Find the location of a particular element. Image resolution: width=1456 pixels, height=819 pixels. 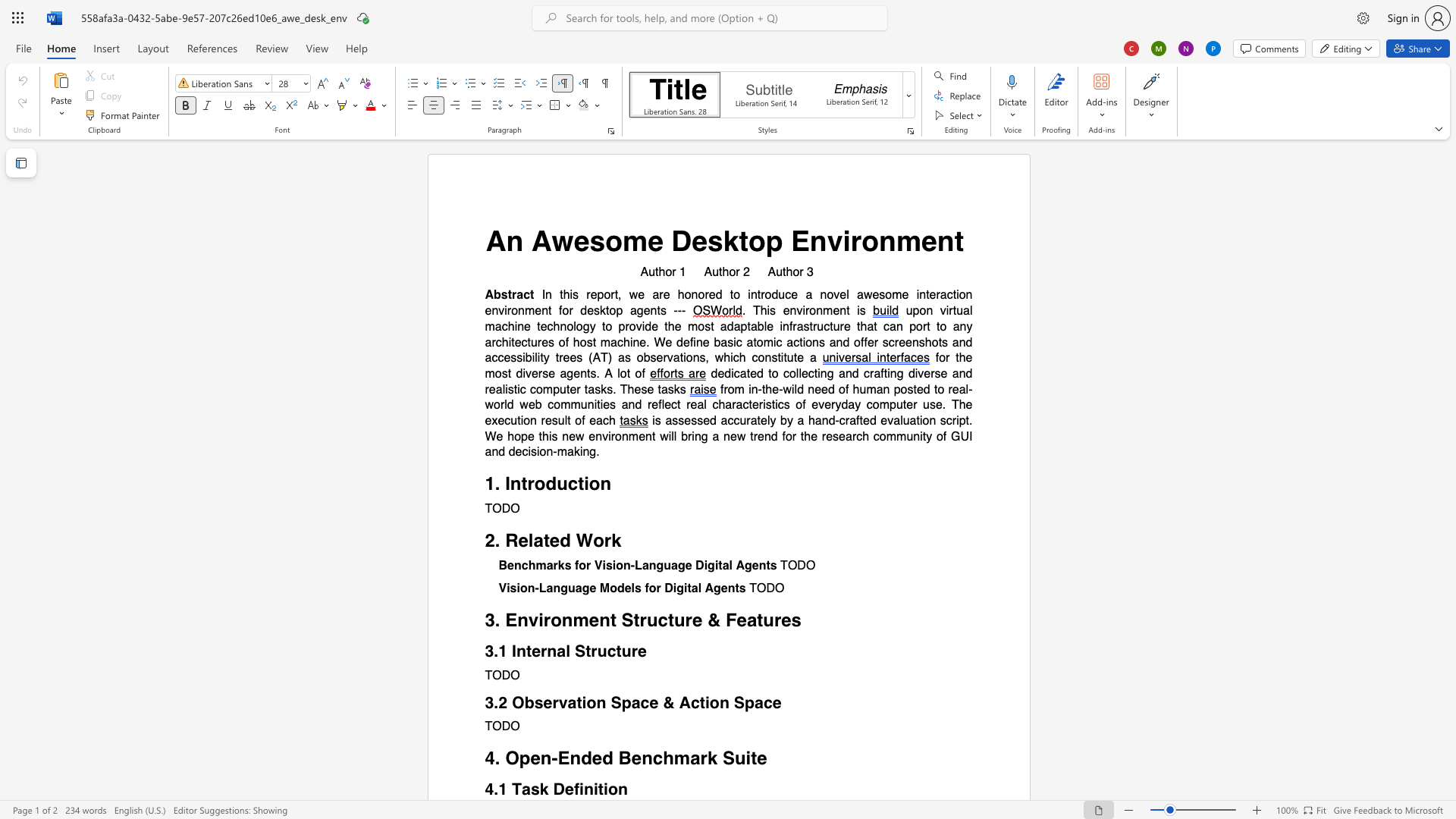

the subset text "on-making" within the text "will bring a new trend for the research community of GUI and decision-making." is located at coordinates (539, 451).